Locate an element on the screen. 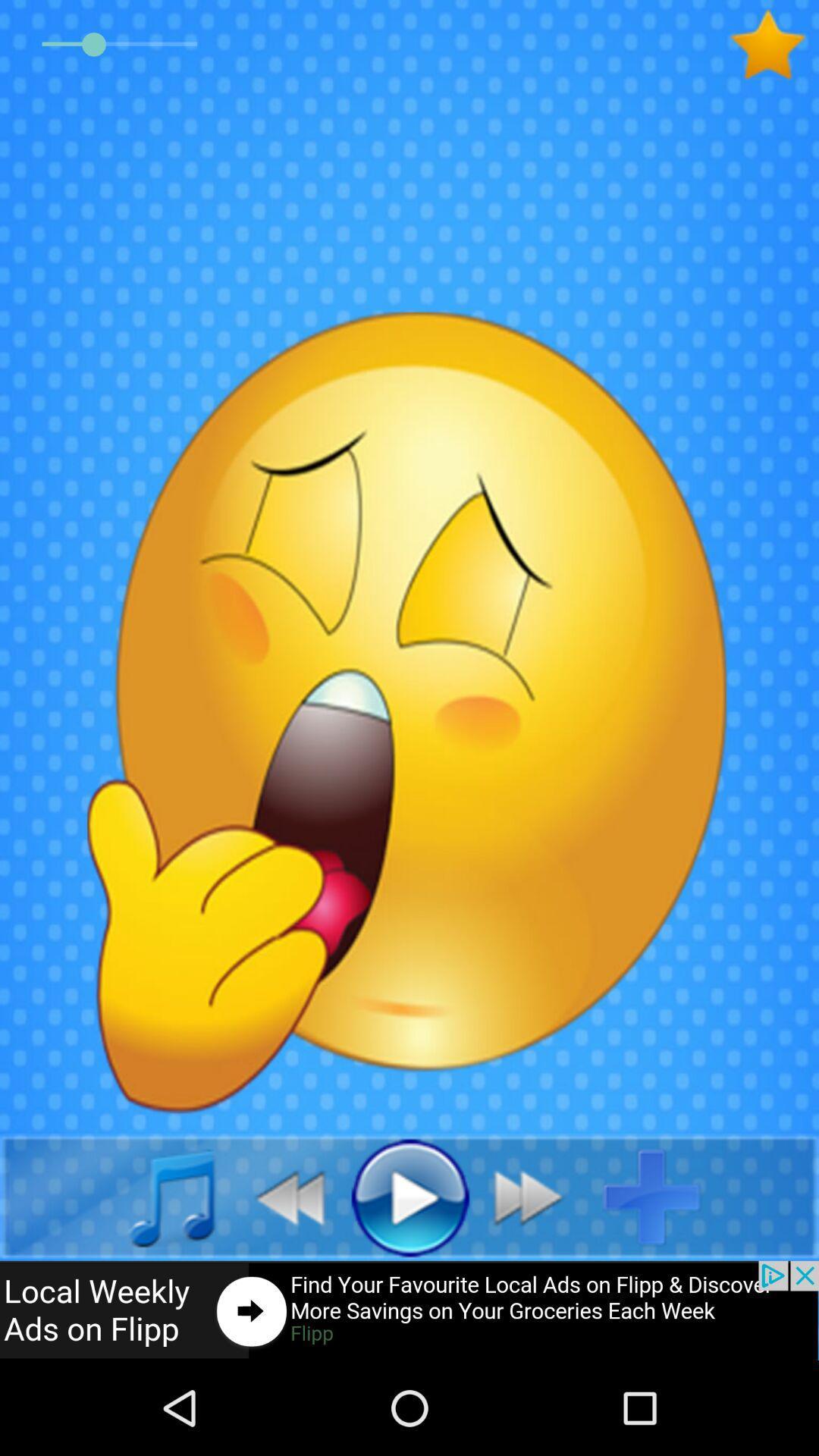 This screenshot has height=1456, width=819. go back is located at coordinates (281, 1196).